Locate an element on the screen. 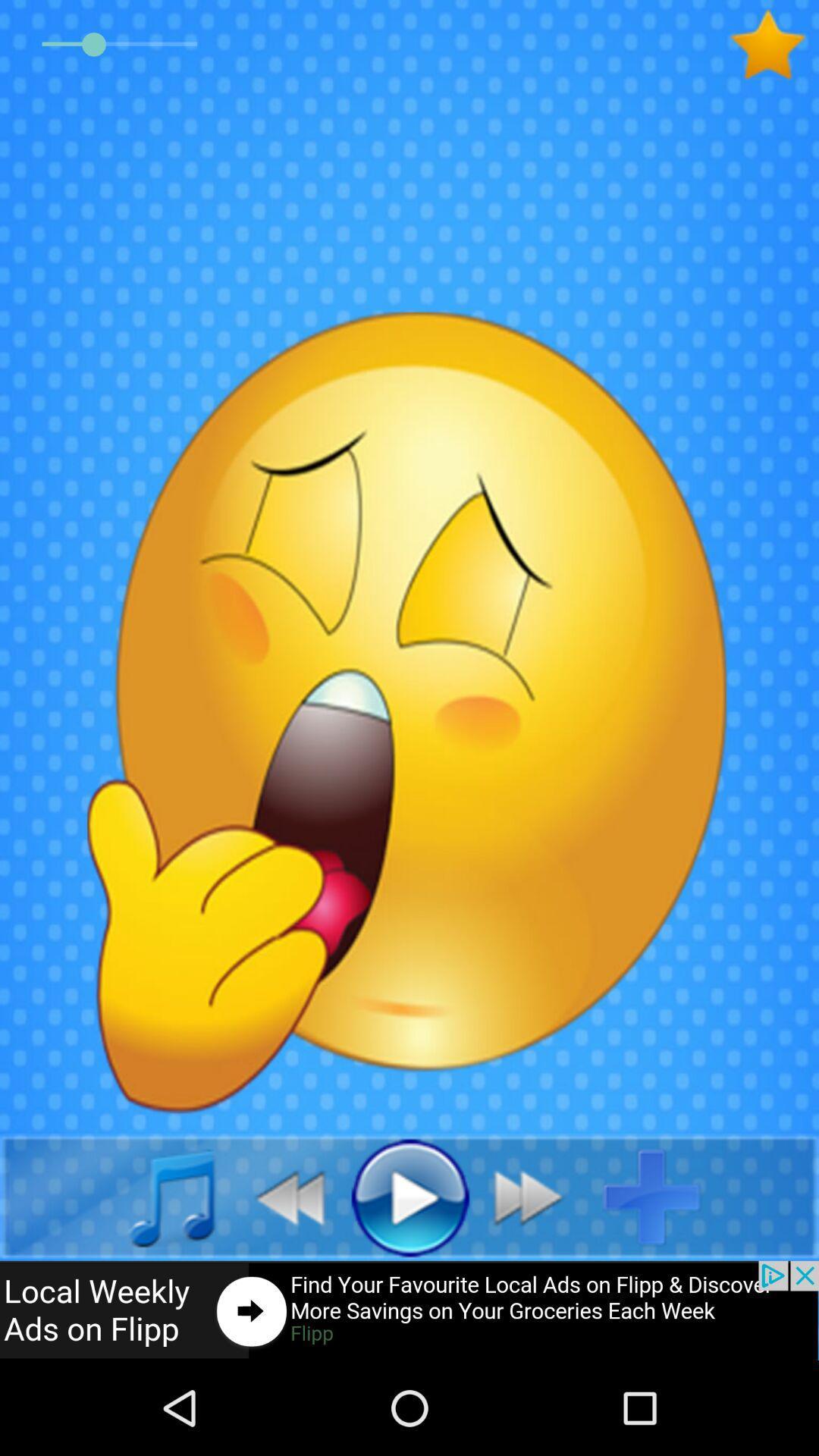 This screenshot has height=1456, width=819. go back is located at coordinates (281, 1196).